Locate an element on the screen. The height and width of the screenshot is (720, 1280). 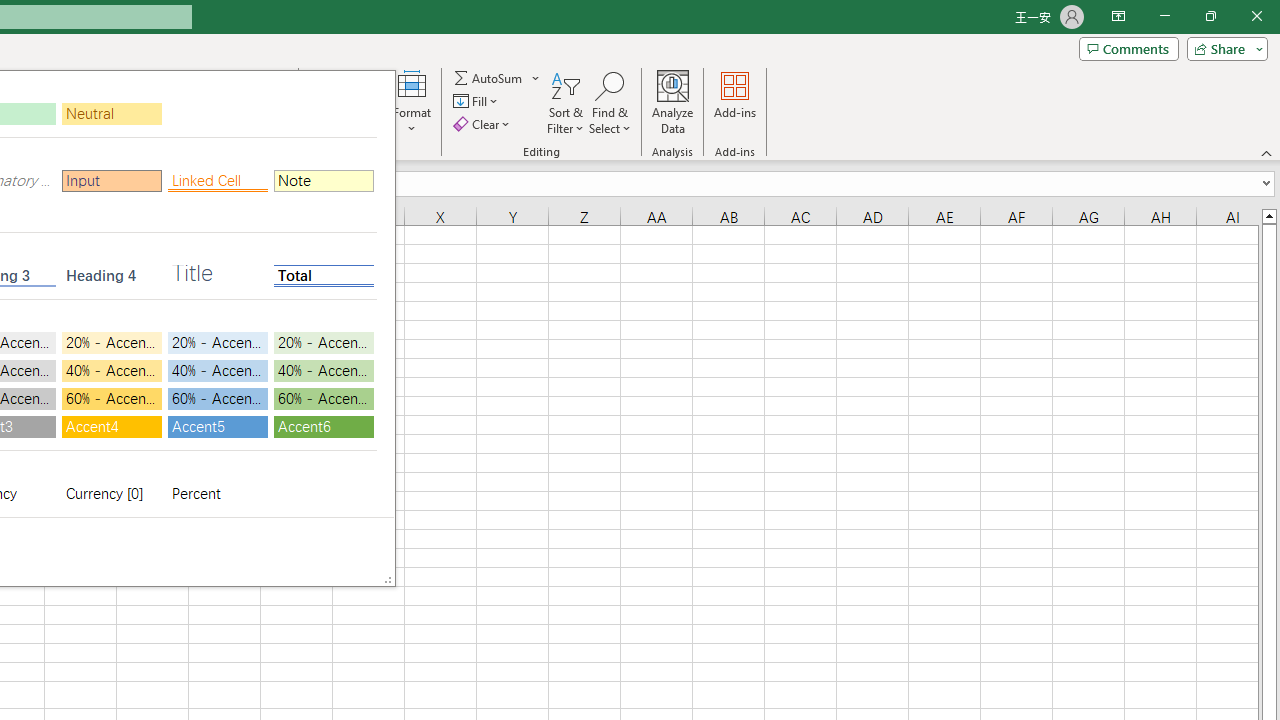
'Sort & Filter' is located at coordinates (565, 103).